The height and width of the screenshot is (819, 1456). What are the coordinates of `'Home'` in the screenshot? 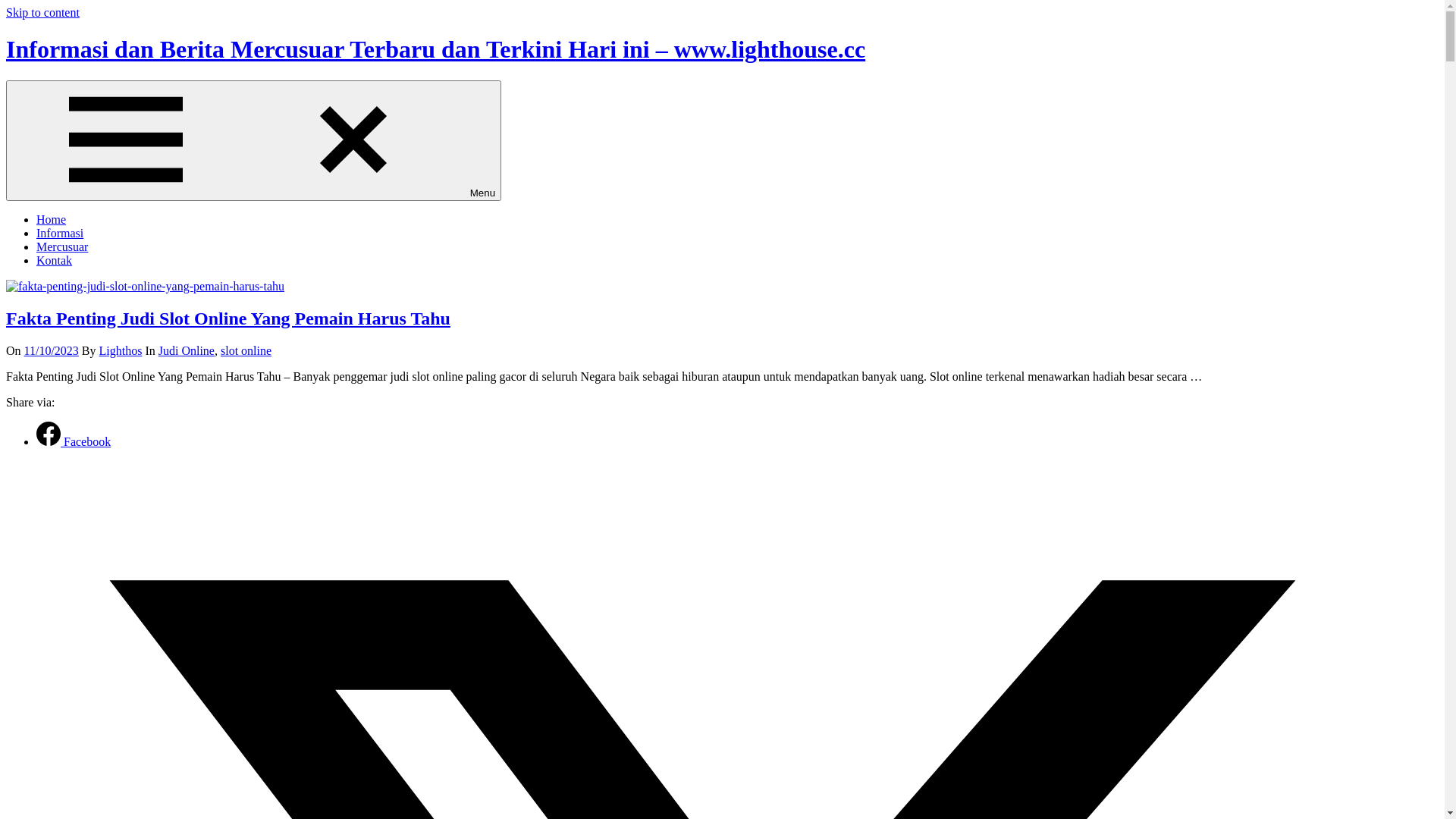 It's located at (51, 219).